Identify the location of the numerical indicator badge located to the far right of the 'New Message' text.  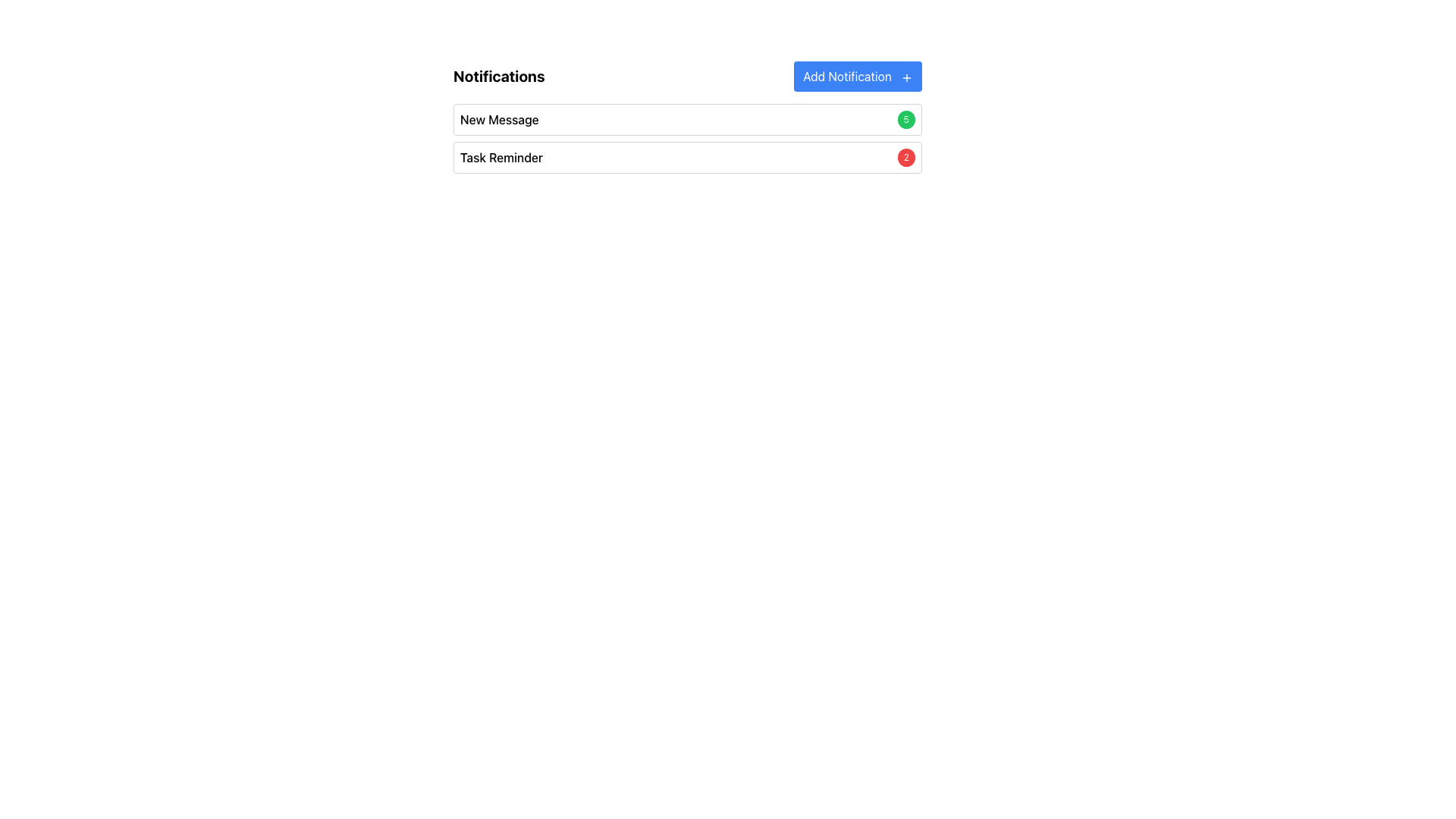
(906, 119).